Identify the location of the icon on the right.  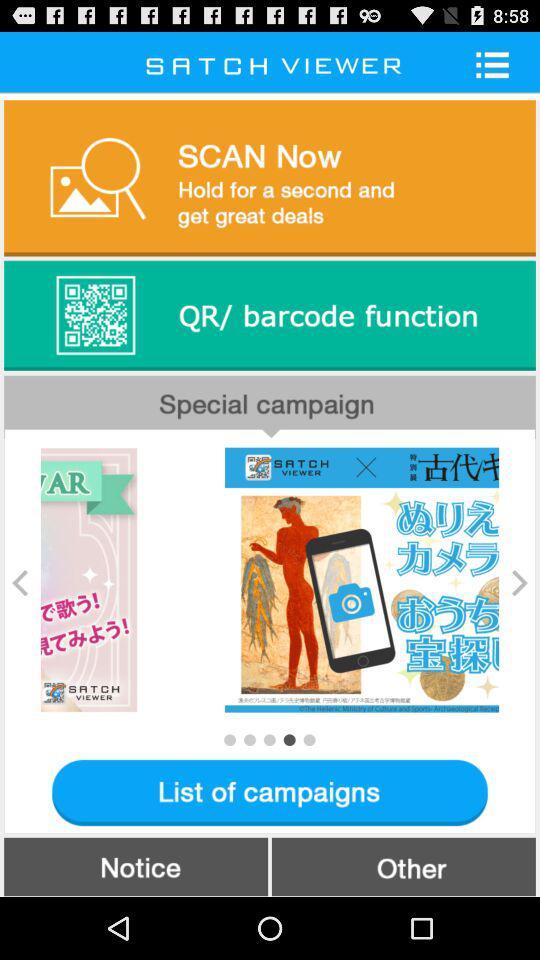
(519, 582).